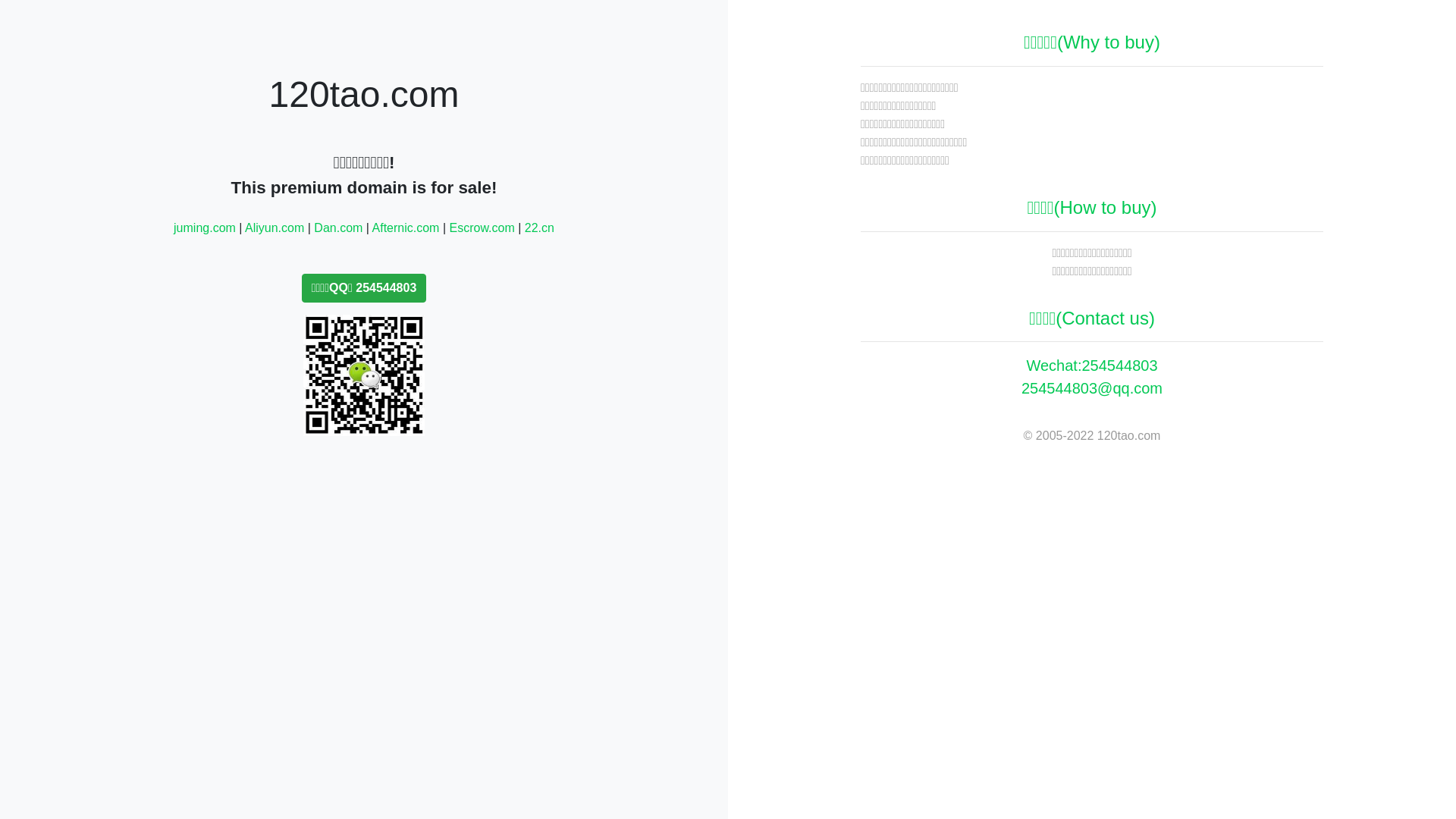 The height and width of the screenshot is (819, 1456). What do you see at coordinates (539, 227) in the screenshot?
I see `'22.cn'` at bounding box center [539, 227].